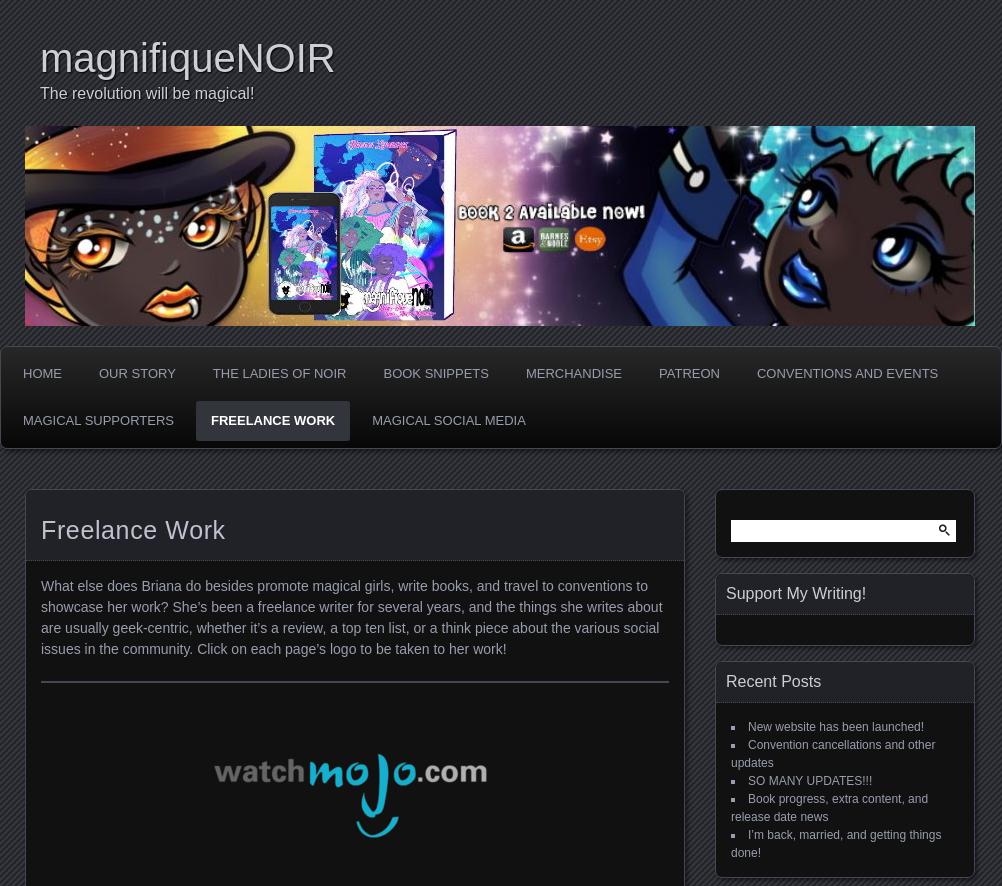  What do you see at coordinates (835, 726) in the screenshot?
I see `'New website has been launched!'` at bounding box center [835, 726].